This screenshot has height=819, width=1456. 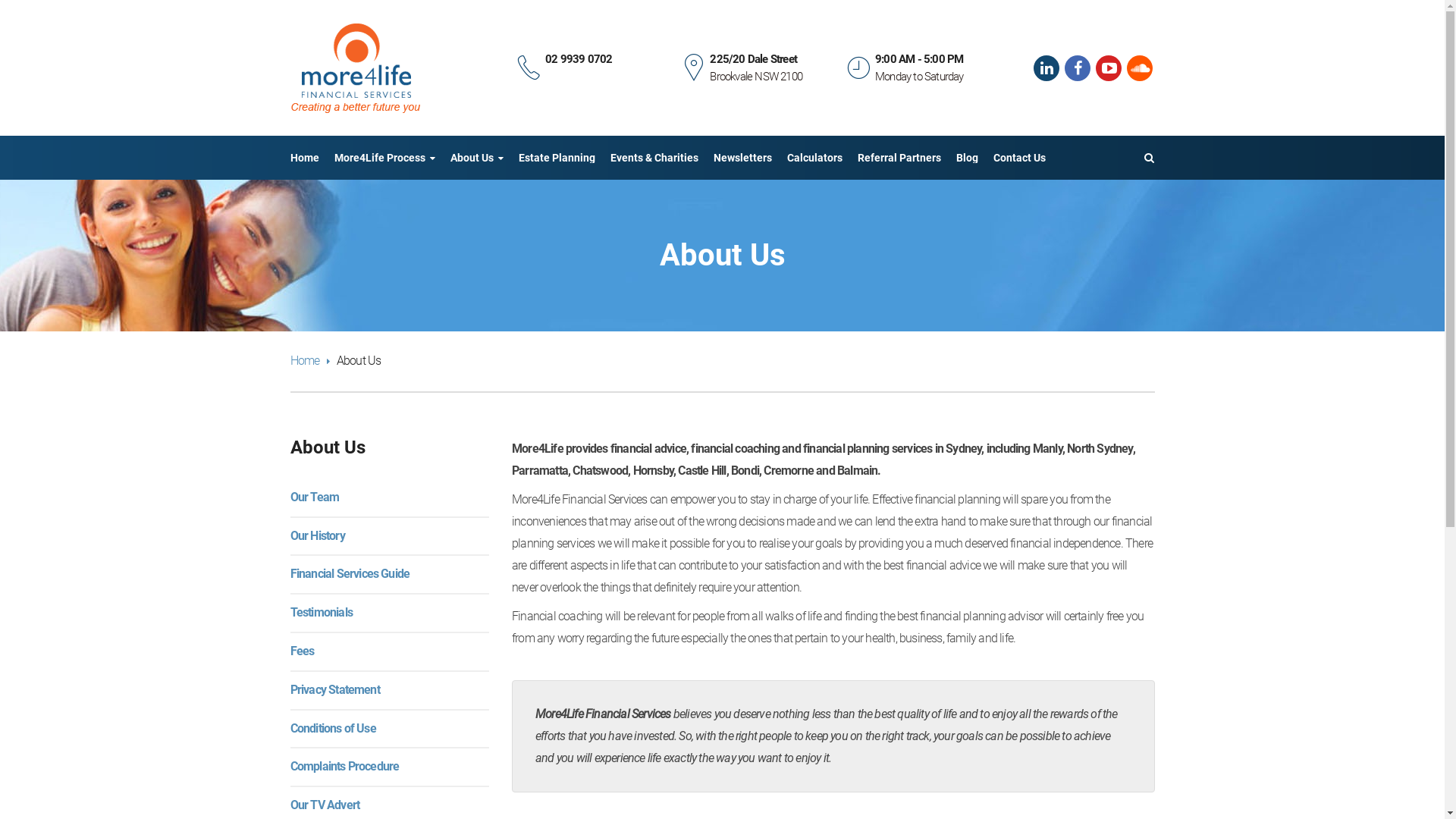 I want to click on 'Our TV Advert', so click(x=323, y=804).